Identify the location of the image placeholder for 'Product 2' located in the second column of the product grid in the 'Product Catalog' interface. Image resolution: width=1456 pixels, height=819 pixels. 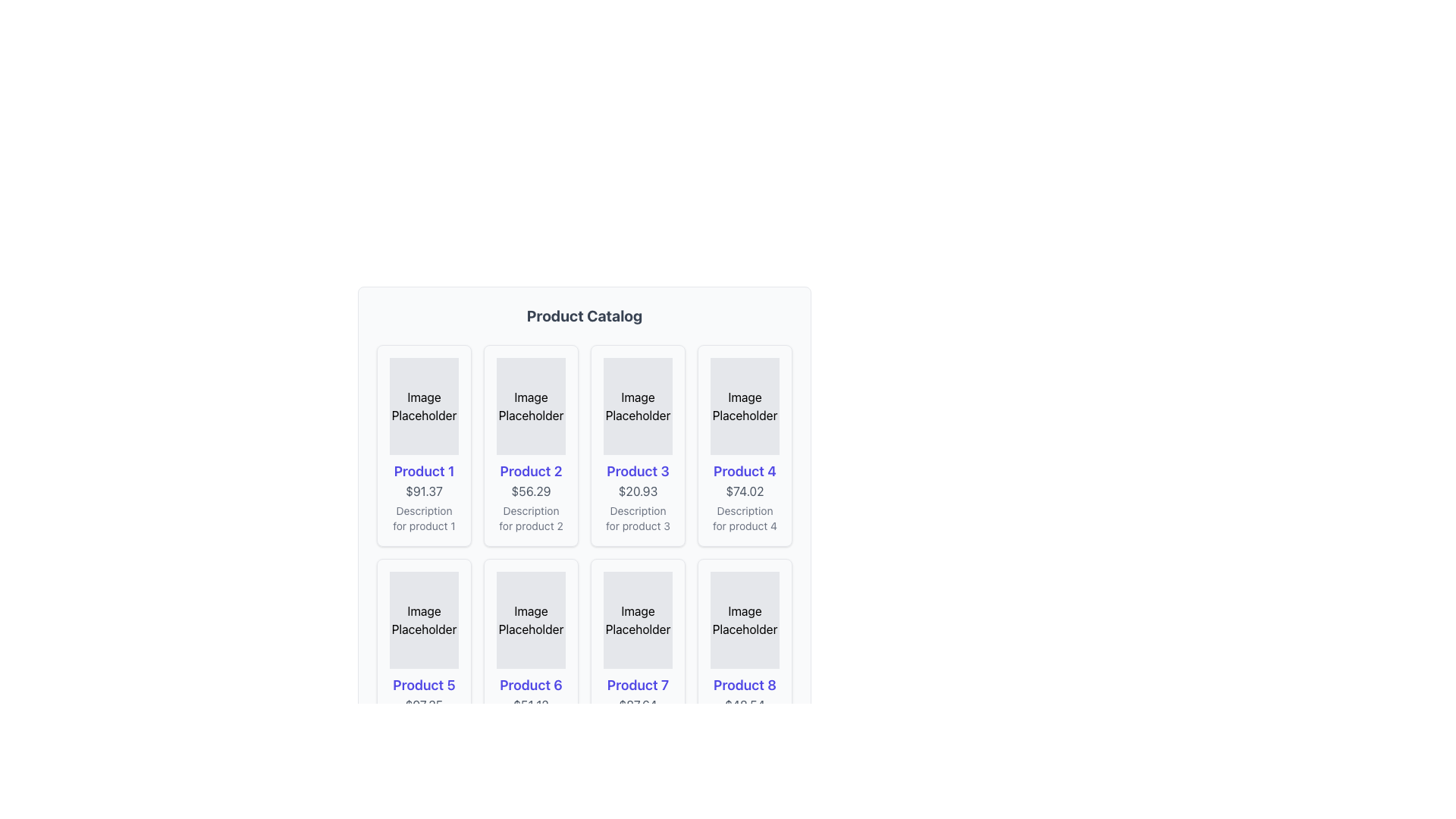
(531, 406).